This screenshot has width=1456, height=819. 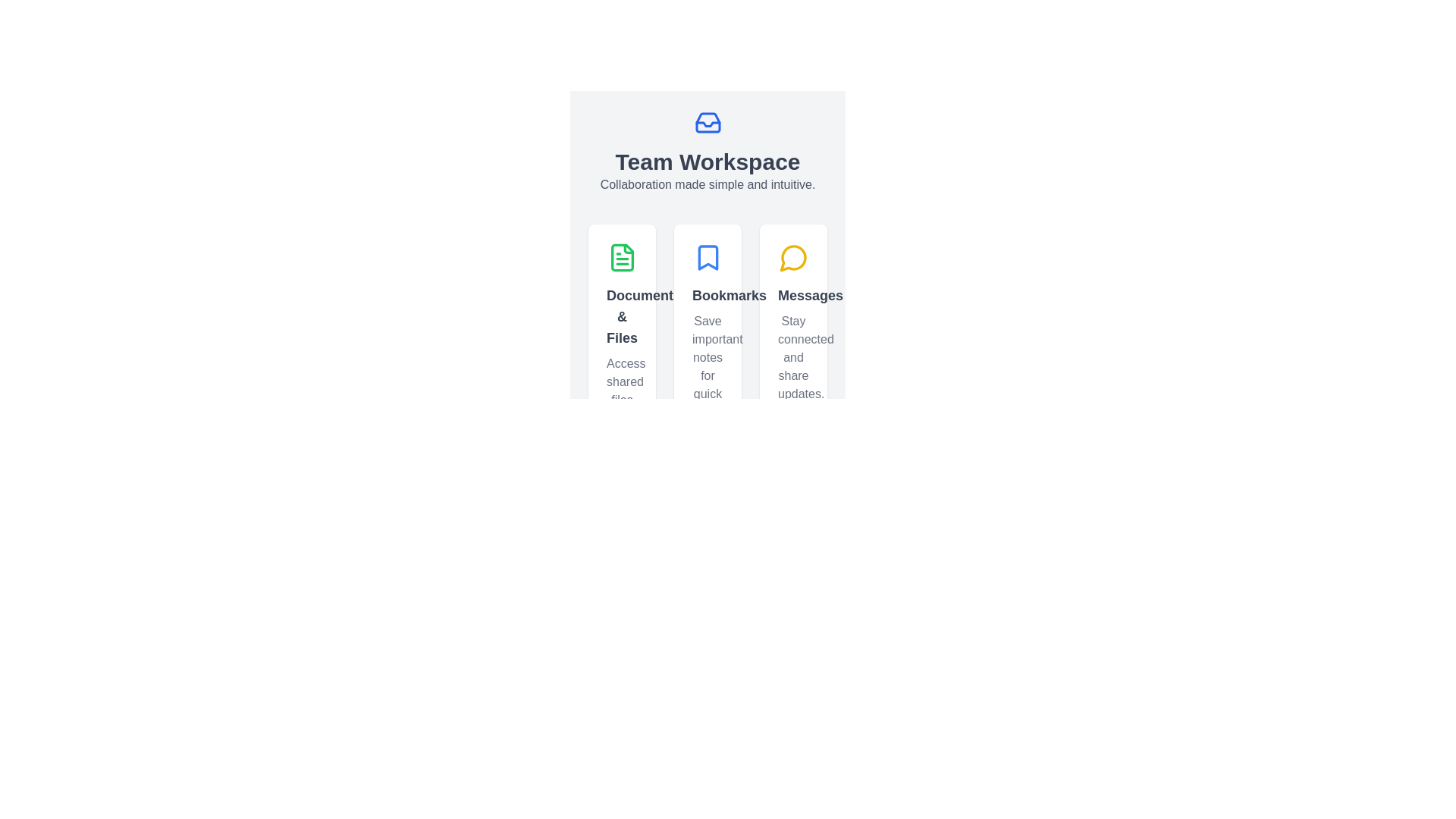 I want to click on the green icon resembling a file with text lines and a folded corner, located in the 'Document & Files' section, which is the first icon in the row of options, so click(x=622, y=256).